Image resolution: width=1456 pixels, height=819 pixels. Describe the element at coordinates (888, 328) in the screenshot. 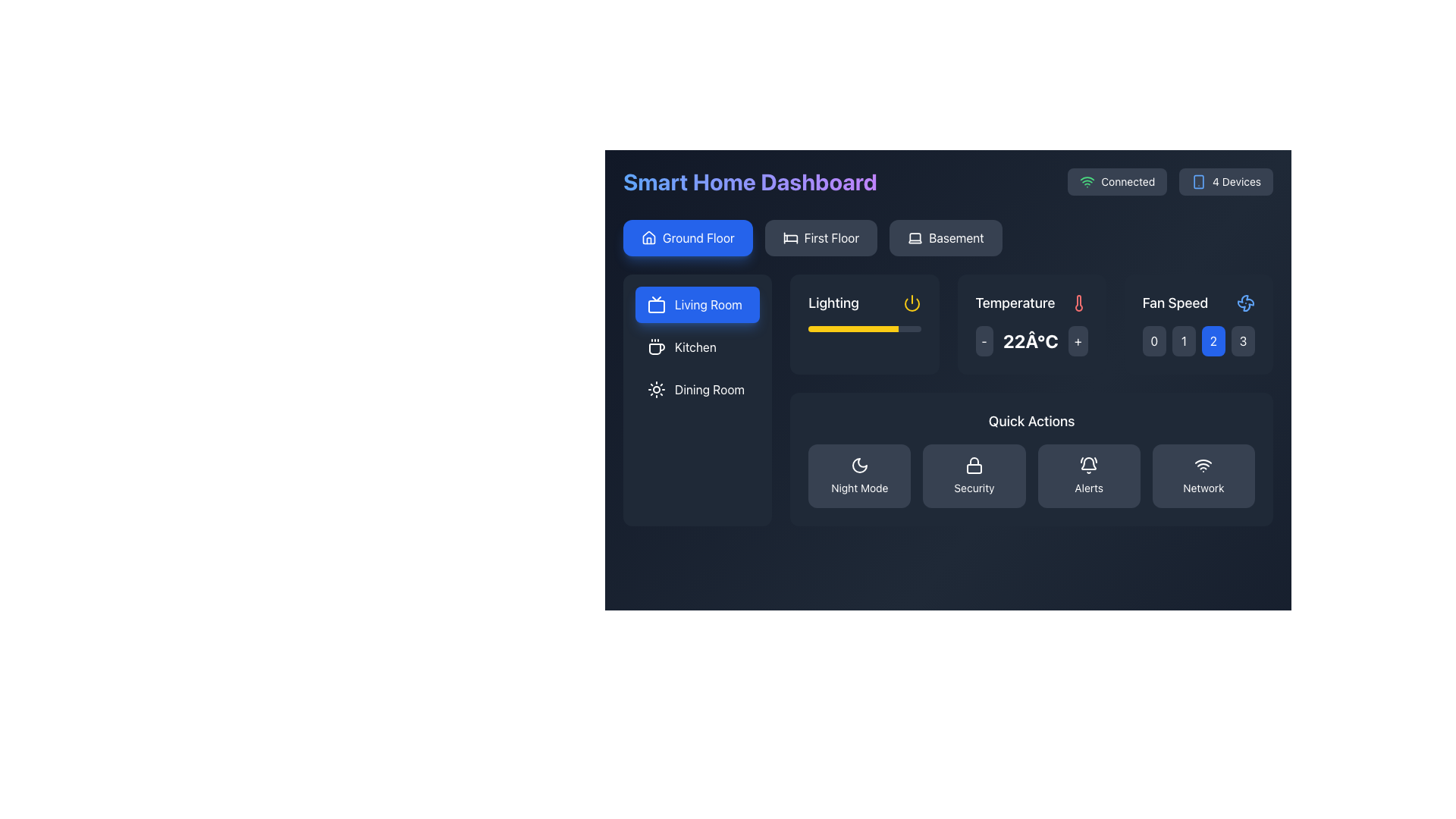

I see `slider` at that location.